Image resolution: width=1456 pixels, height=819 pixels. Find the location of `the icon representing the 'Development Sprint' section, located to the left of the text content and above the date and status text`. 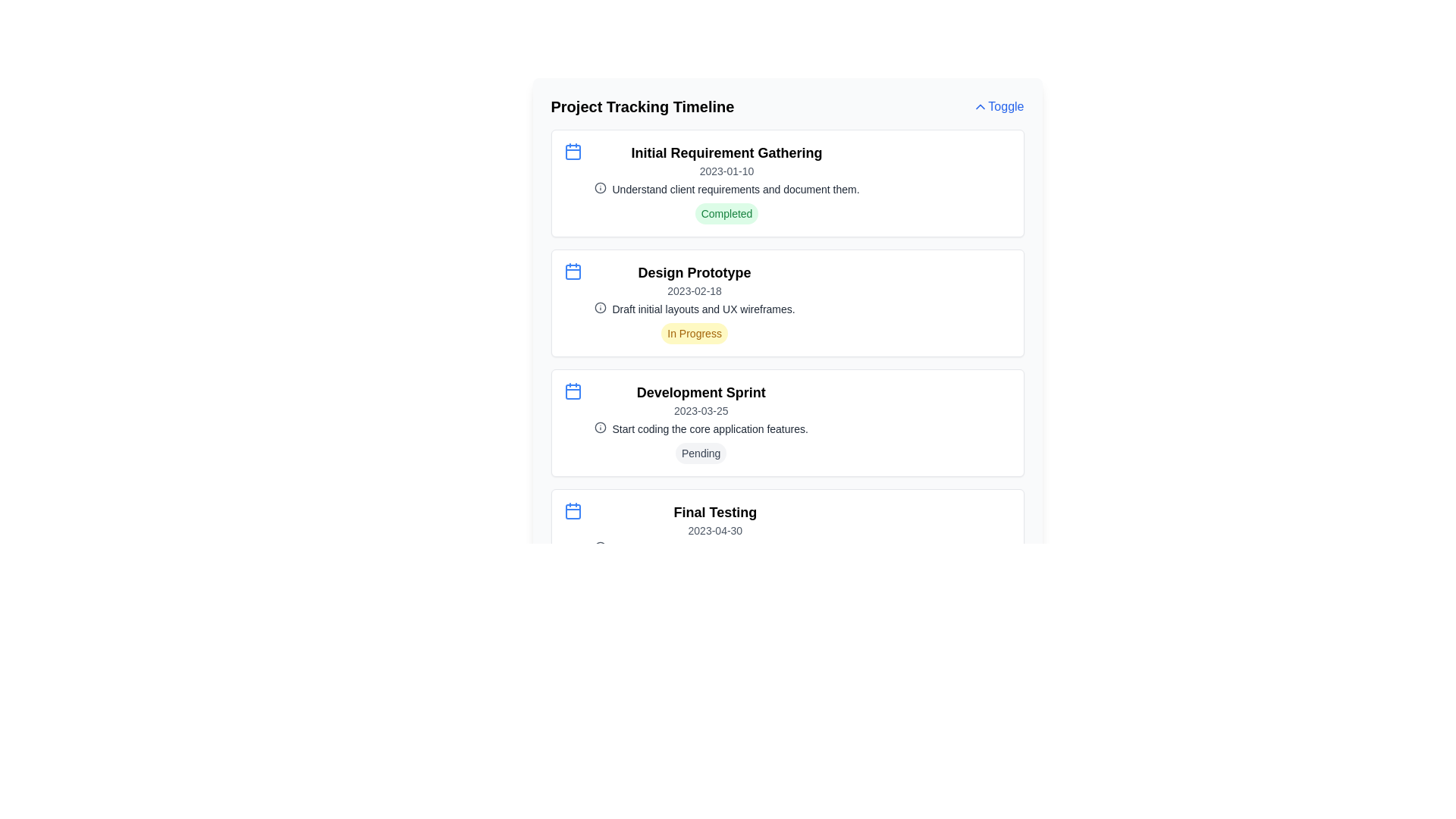

the icon representing the 'Development Sprint' section, located to the left of the text content and above the date and status text is located at coordinates (572, 391).